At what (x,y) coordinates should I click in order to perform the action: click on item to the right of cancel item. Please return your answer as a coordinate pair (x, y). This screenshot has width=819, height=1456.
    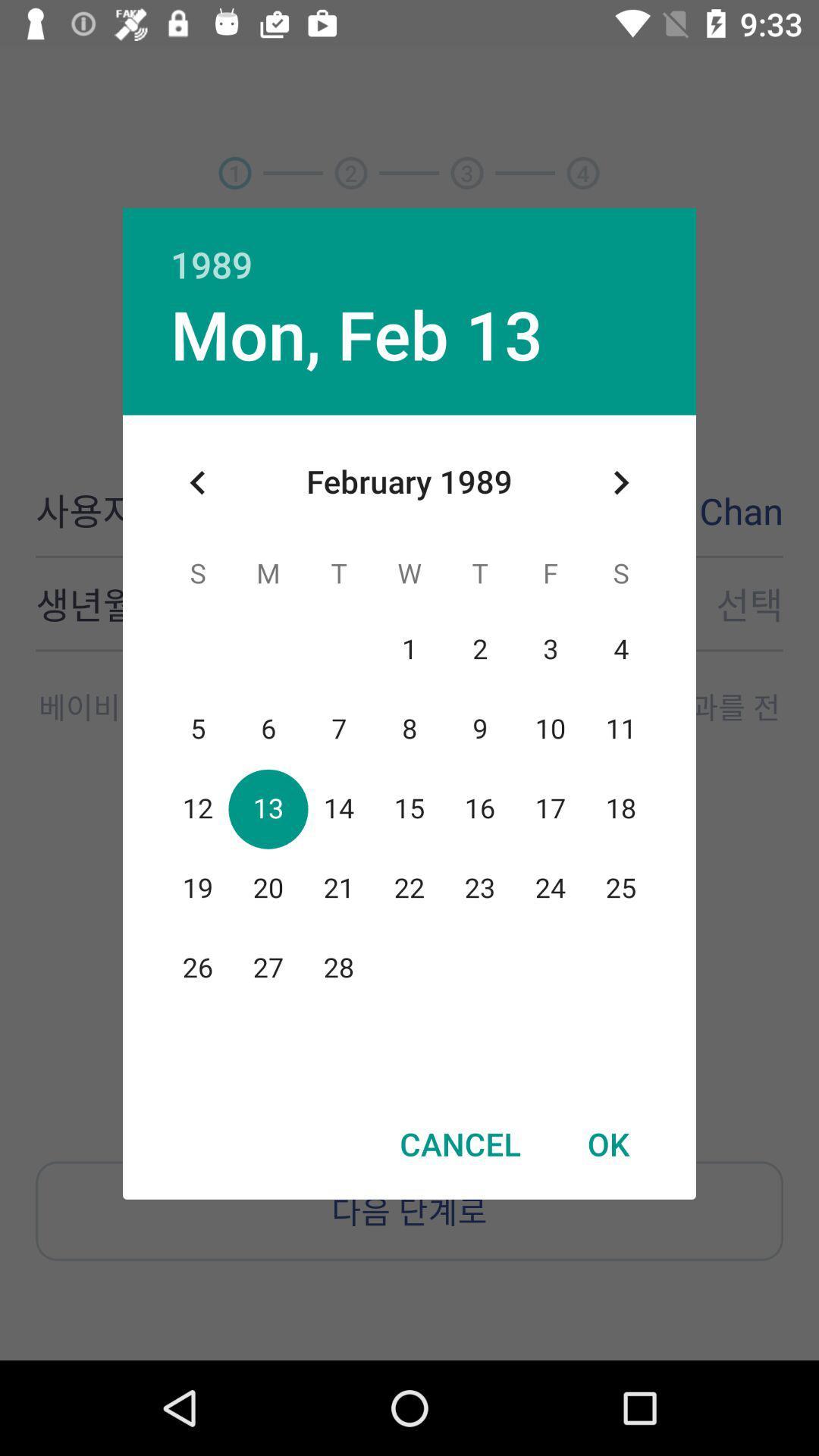
    Looking at the image, I should click on (607, 1144).